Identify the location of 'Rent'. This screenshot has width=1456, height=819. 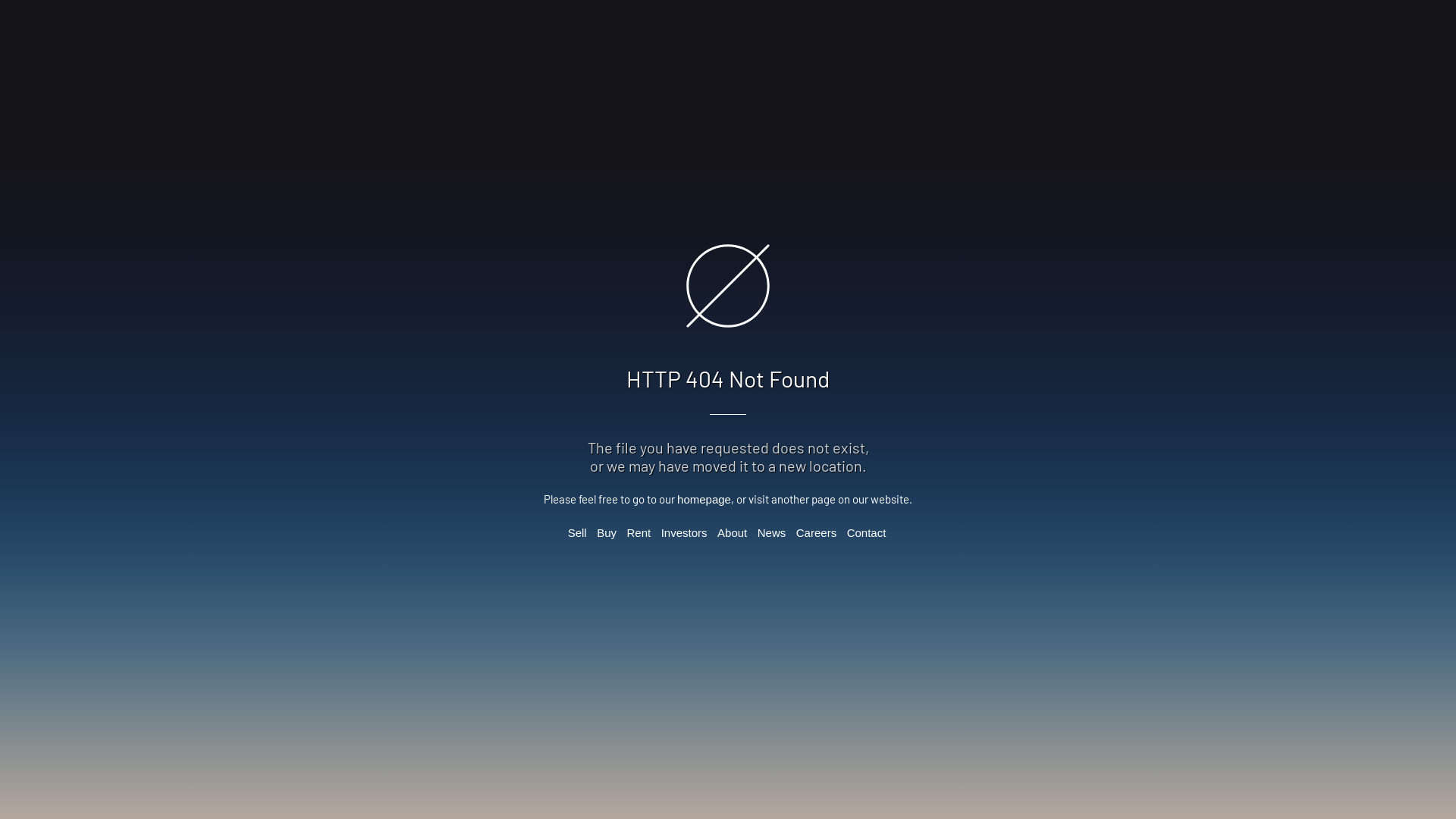
(639, 532).